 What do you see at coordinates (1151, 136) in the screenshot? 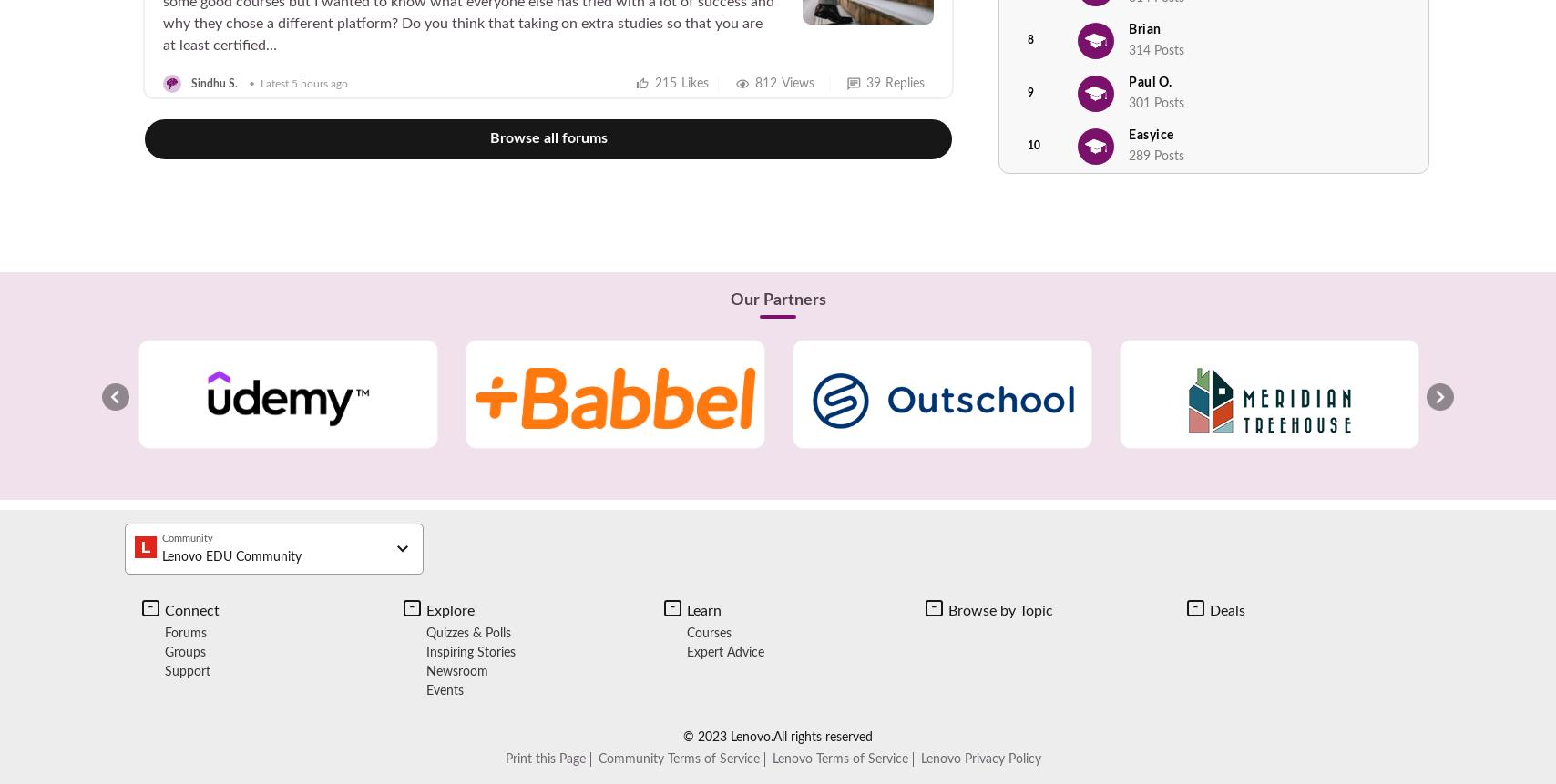
I see `'Easyice'` at bounding box center [1151, 136].